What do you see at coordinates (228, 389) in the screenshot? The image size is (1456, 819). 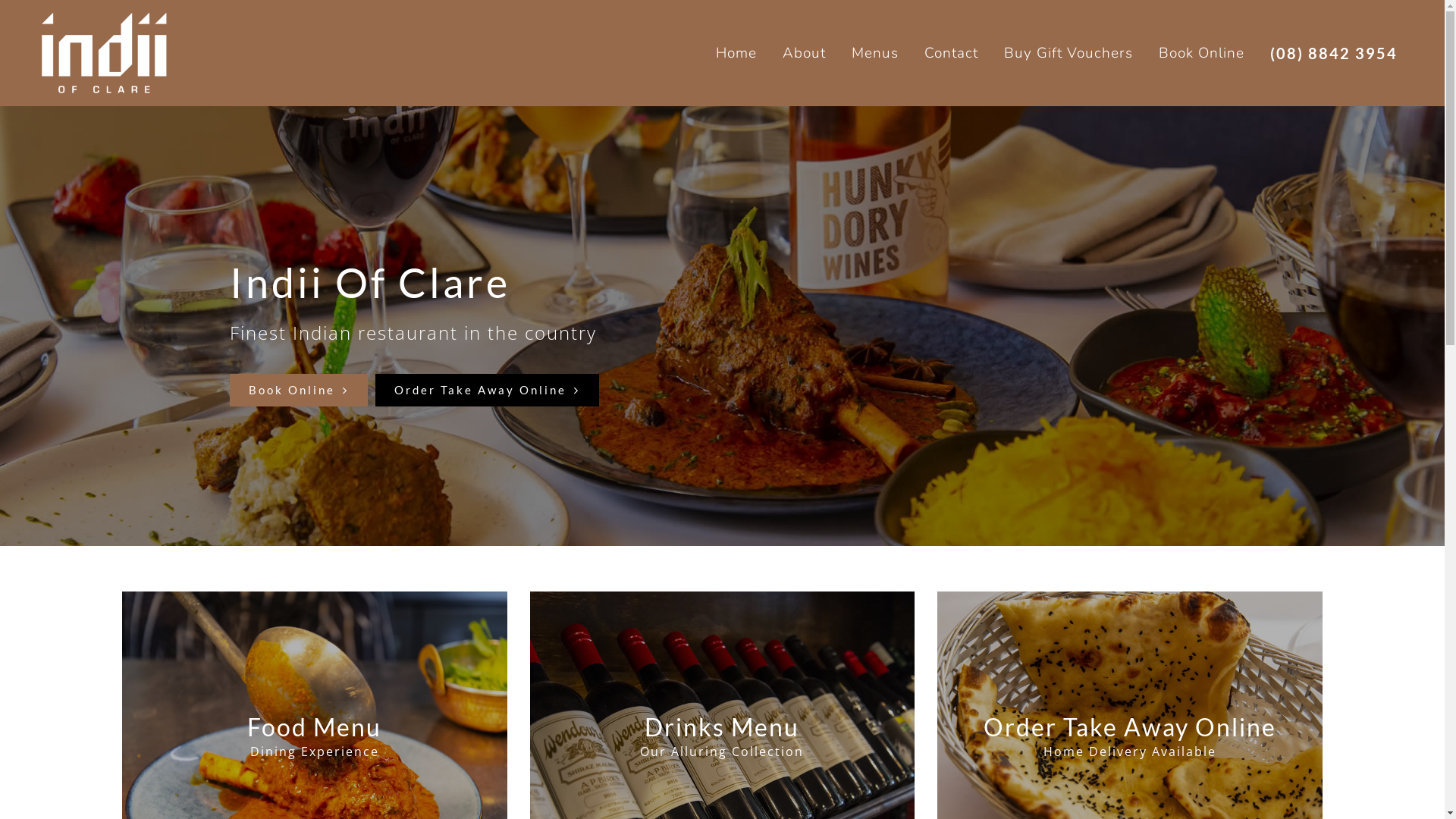 I see `'Book Online'` at bounding box center [228, 389].